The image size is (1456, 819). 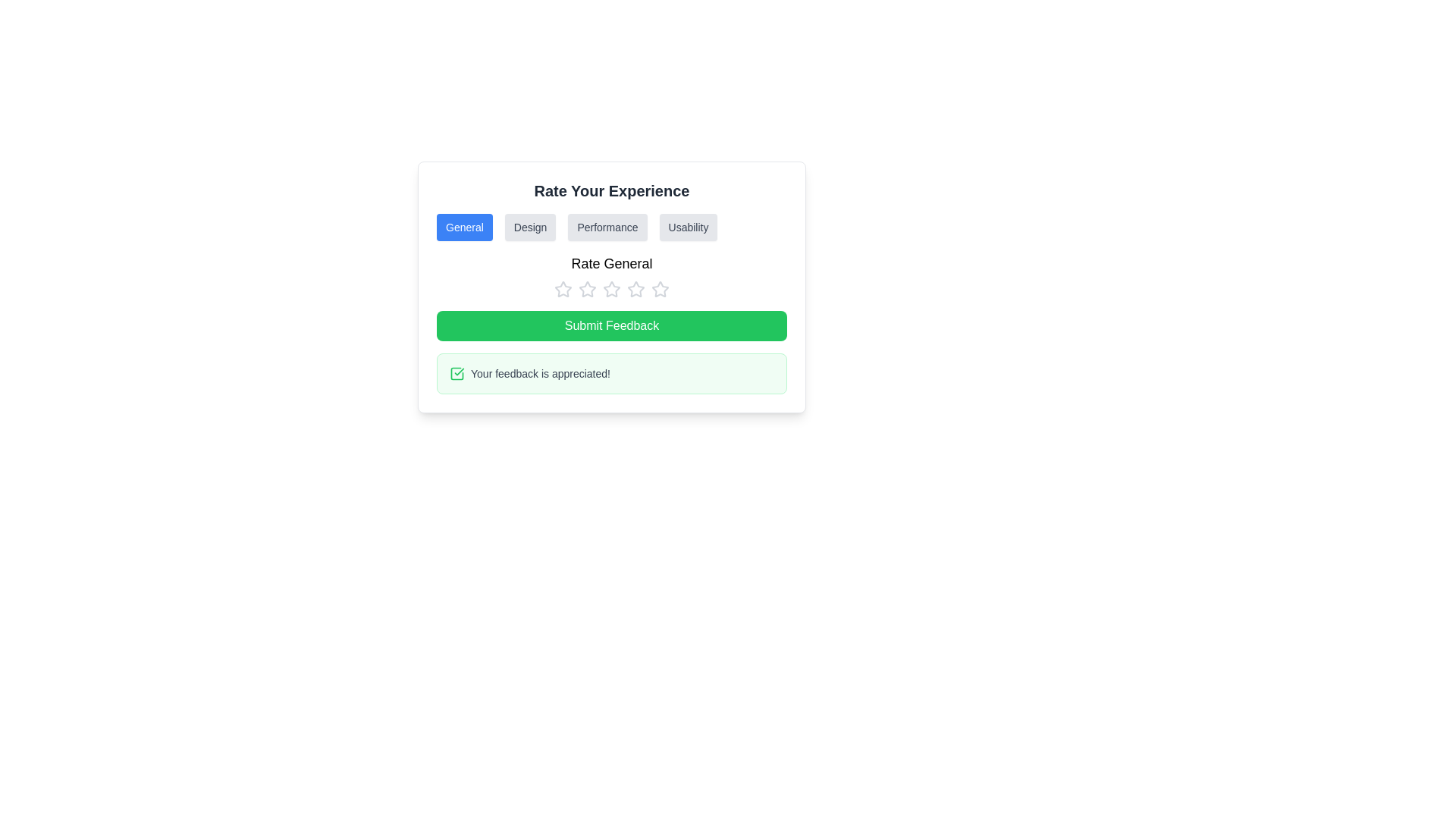 I want to click on the first star icon in the rating section to rate, which is styled in gray and positioned under the 'Rate General' label, so click(x=563, y=289).